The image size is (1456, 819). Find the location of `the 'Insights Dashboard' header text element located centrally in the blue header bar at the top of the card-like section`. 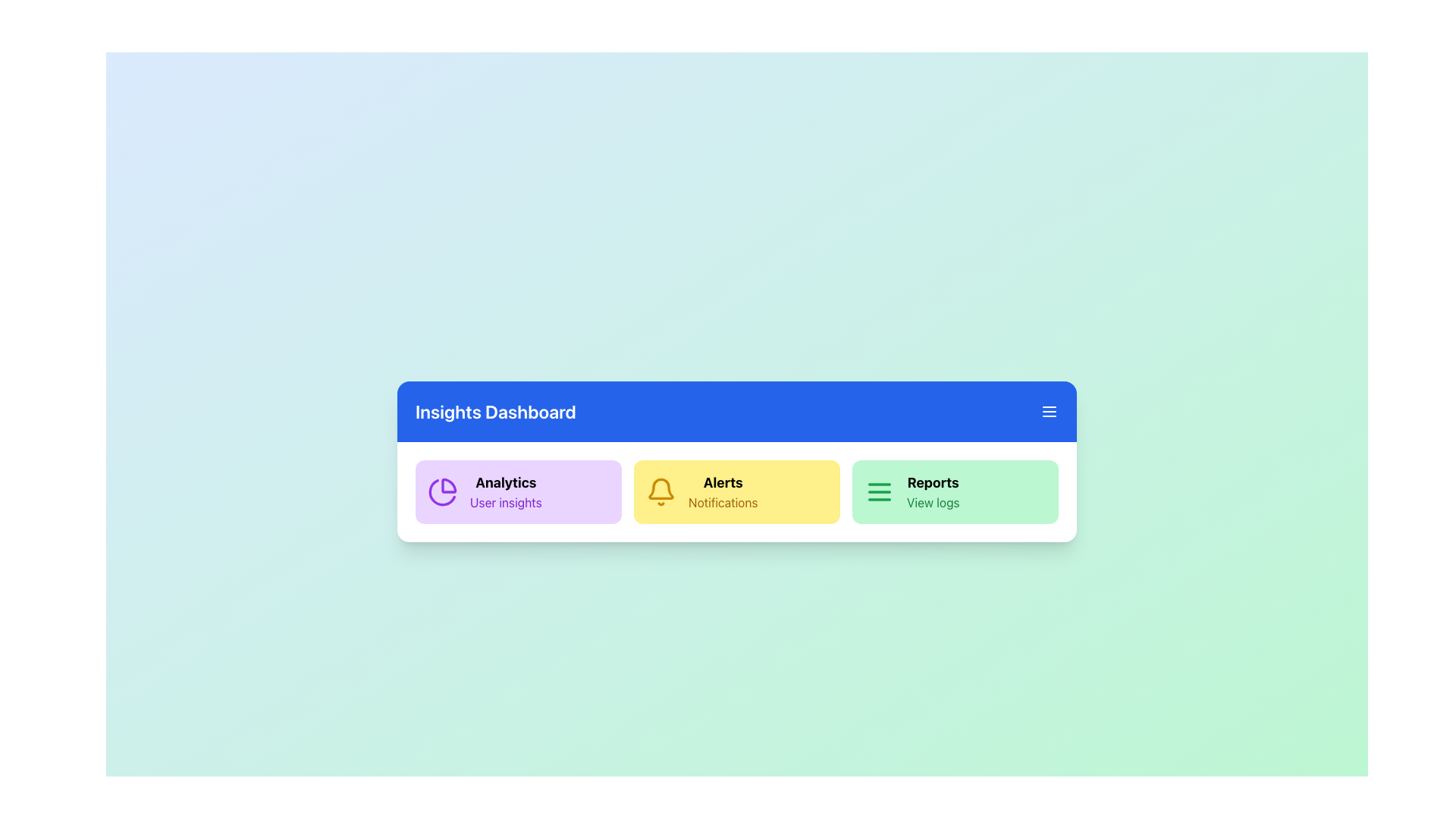

the 'Insights Dashboard' header text element located centrally in the blue header bar at the top of the card-like section is located at coordinates (495, 412).